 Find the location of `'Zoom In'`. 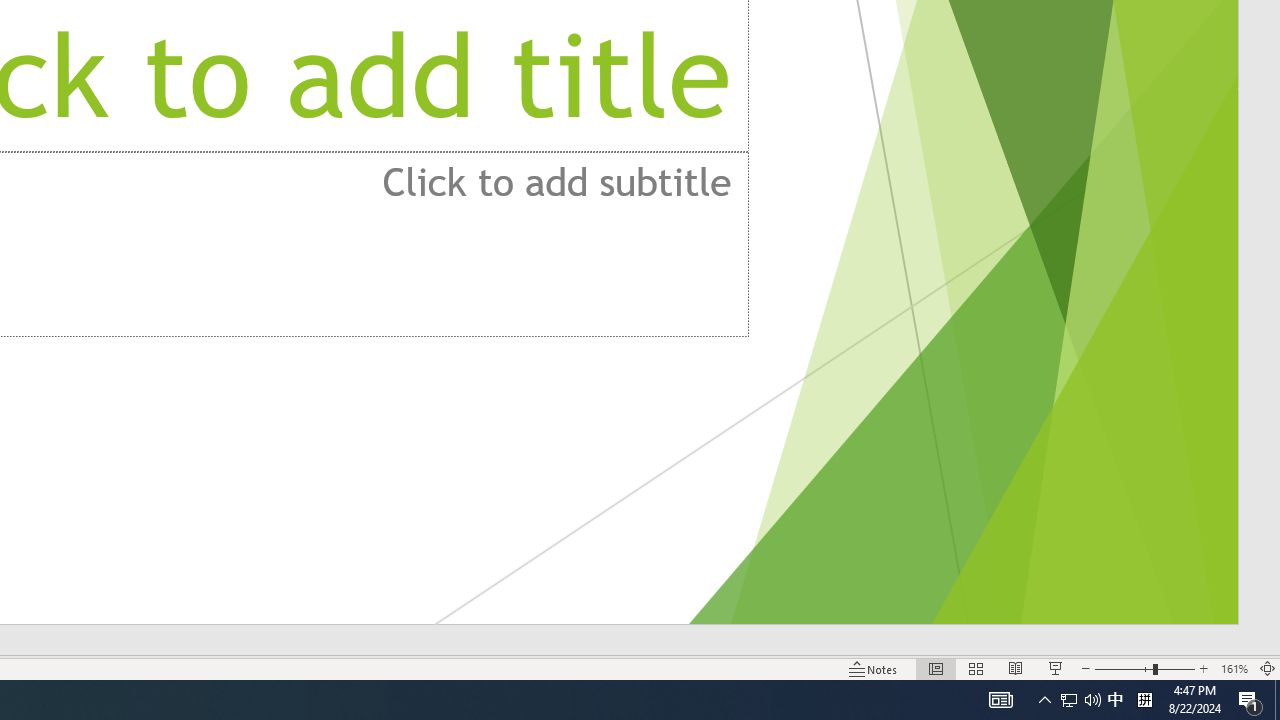

'Zoom In' is located at coordinates (1203, 669).